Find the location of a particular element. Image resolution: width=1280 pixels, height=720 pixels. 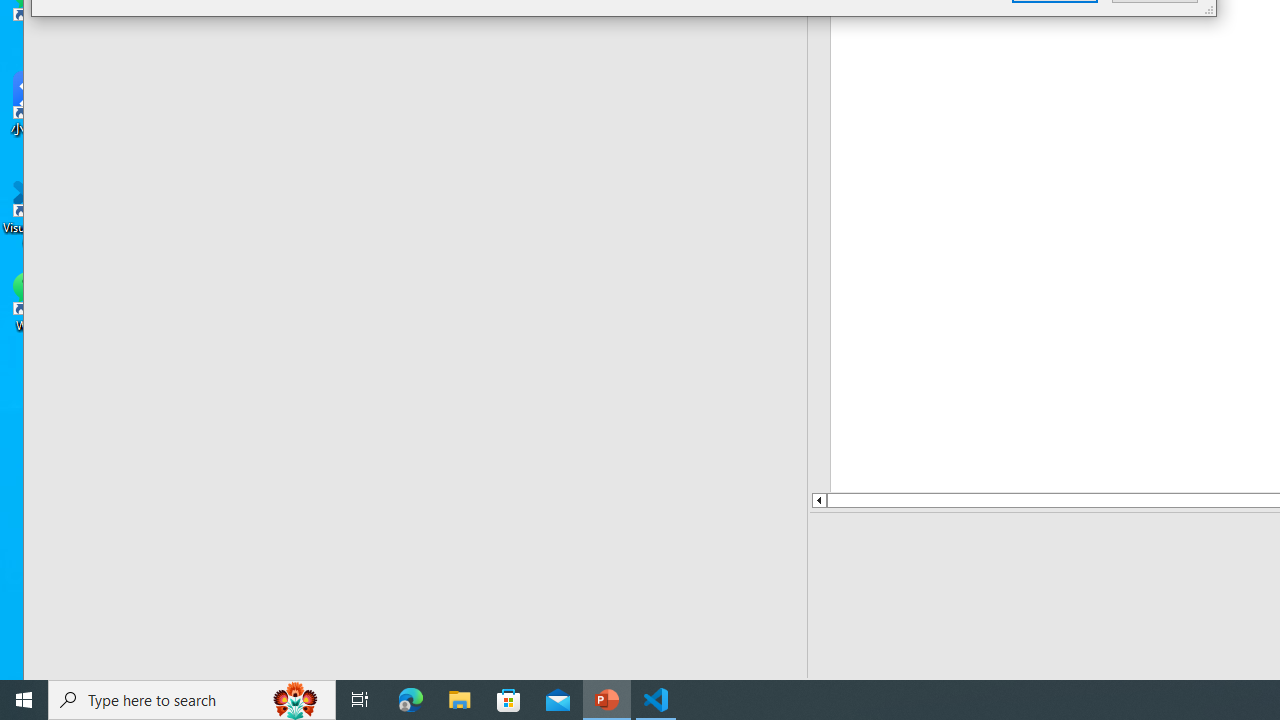

'File Explorer' is located at coordinates (459, 698).